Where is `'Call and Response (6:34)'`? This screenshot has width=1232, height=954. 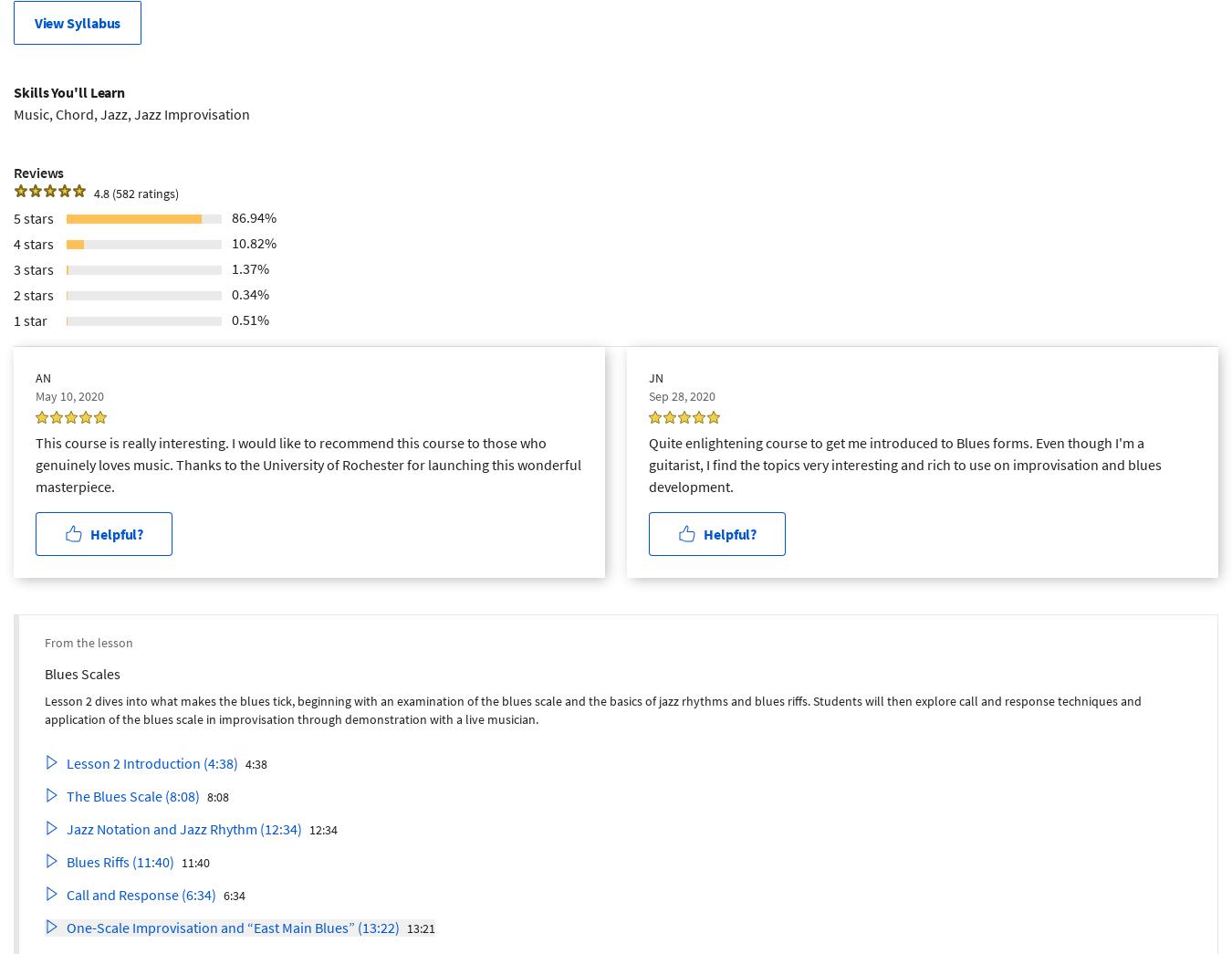
'Call and Response (6:34)' is located at coordinates (141, 892).